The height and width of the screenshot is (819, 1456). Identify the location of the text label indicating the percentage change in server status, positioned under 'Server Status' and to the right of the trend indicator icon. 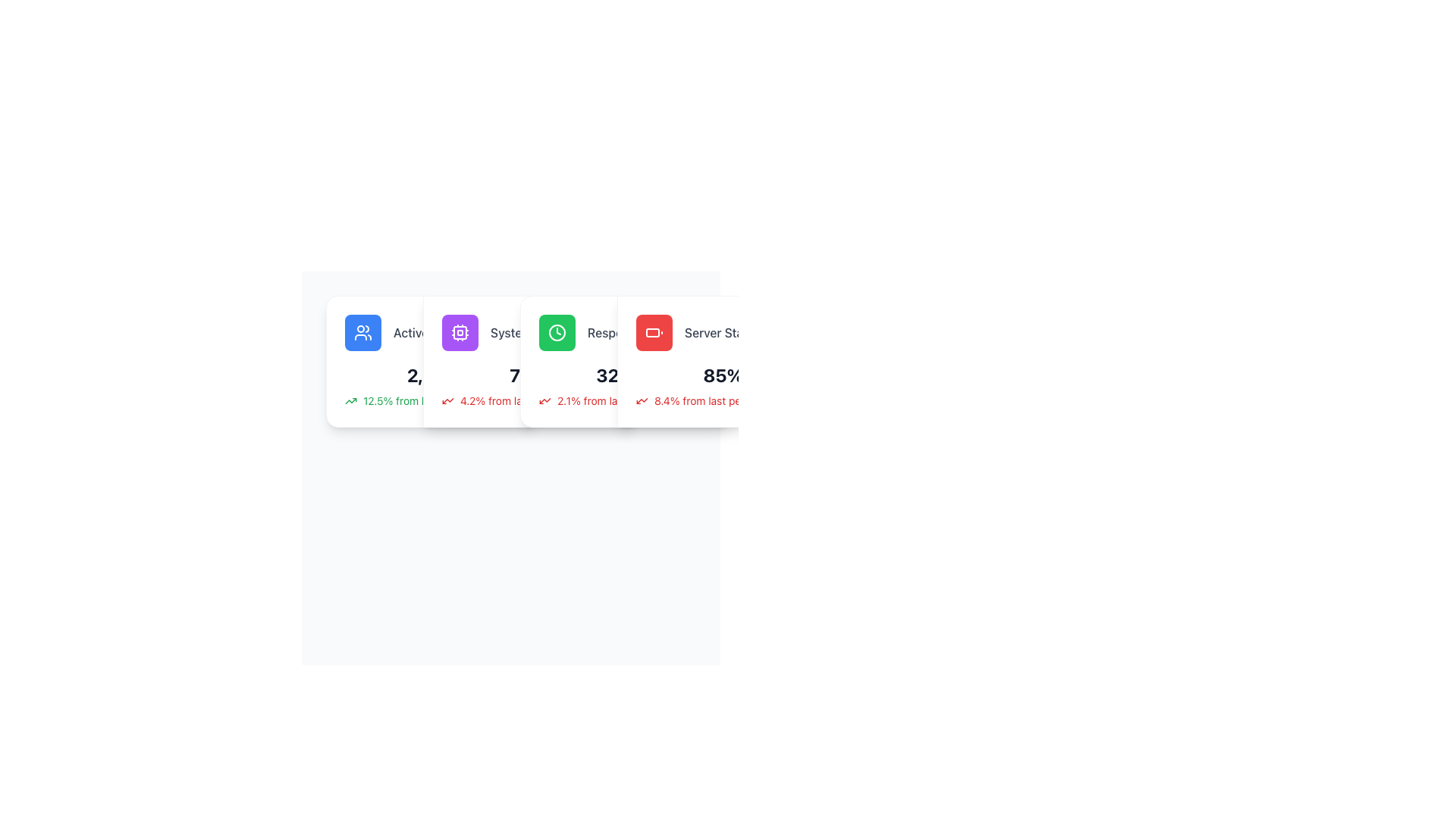
(706, 400).